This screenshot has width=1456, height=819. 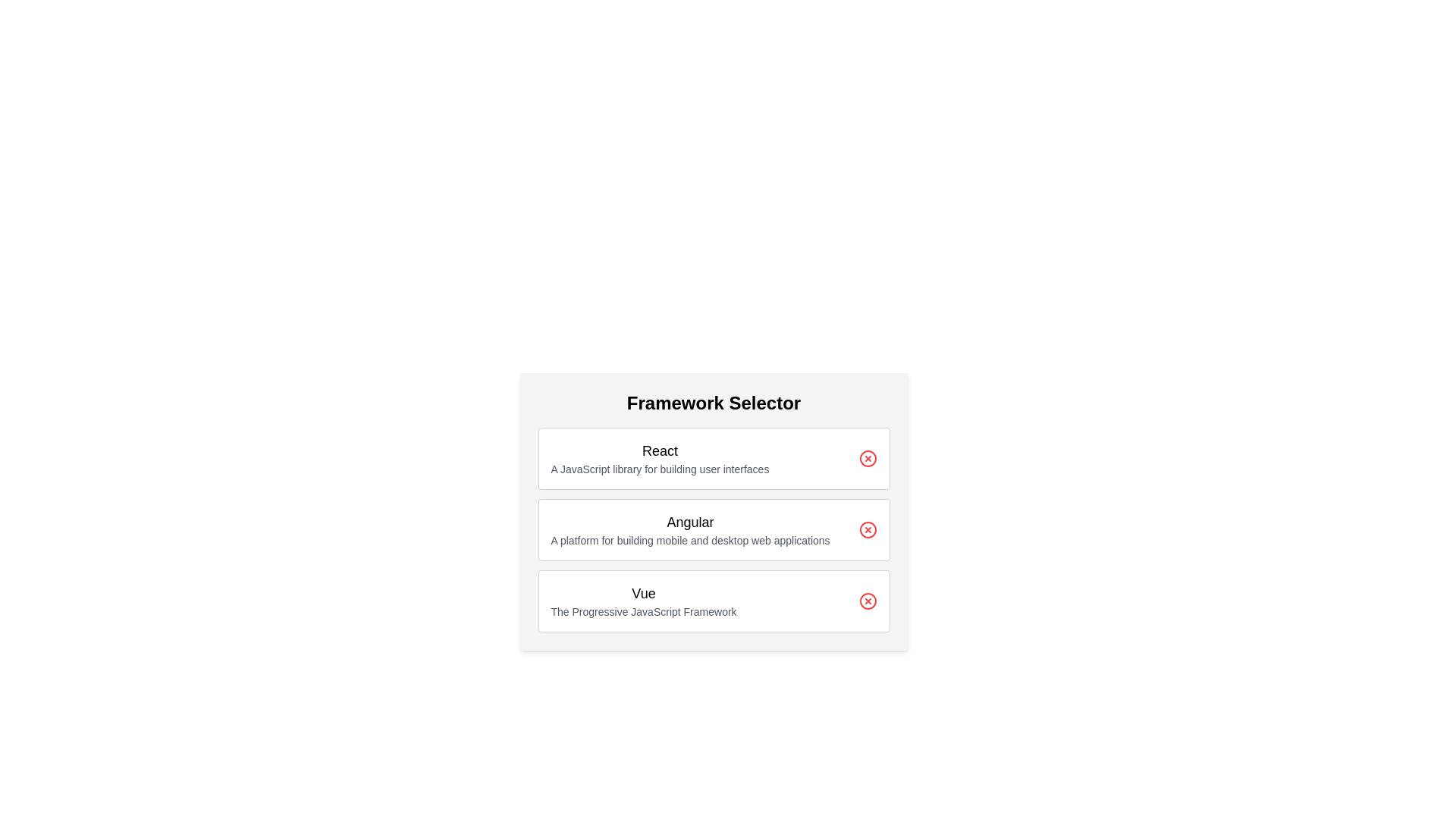 What do you see at coordinates (713, 458) in the screenshot?
I see `the framework card labeled React` at bounding box center [713, 458].